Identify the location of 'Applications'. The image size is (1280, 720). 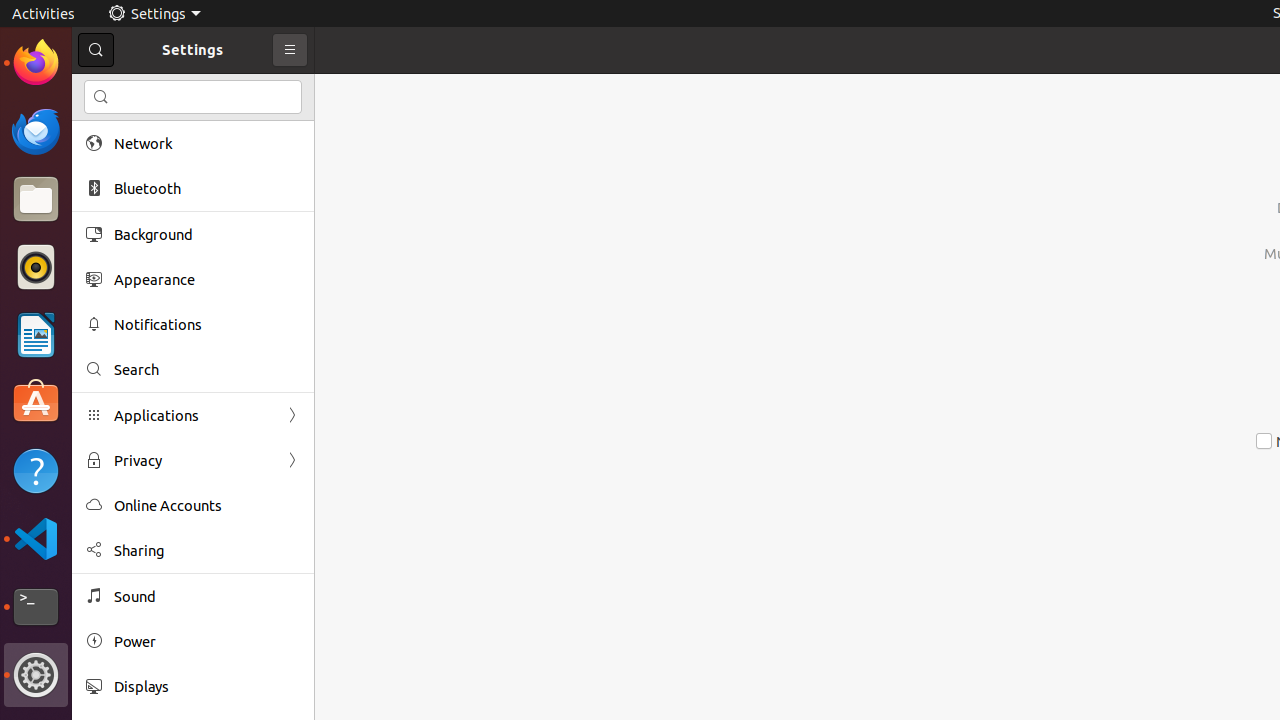
(193, 414).